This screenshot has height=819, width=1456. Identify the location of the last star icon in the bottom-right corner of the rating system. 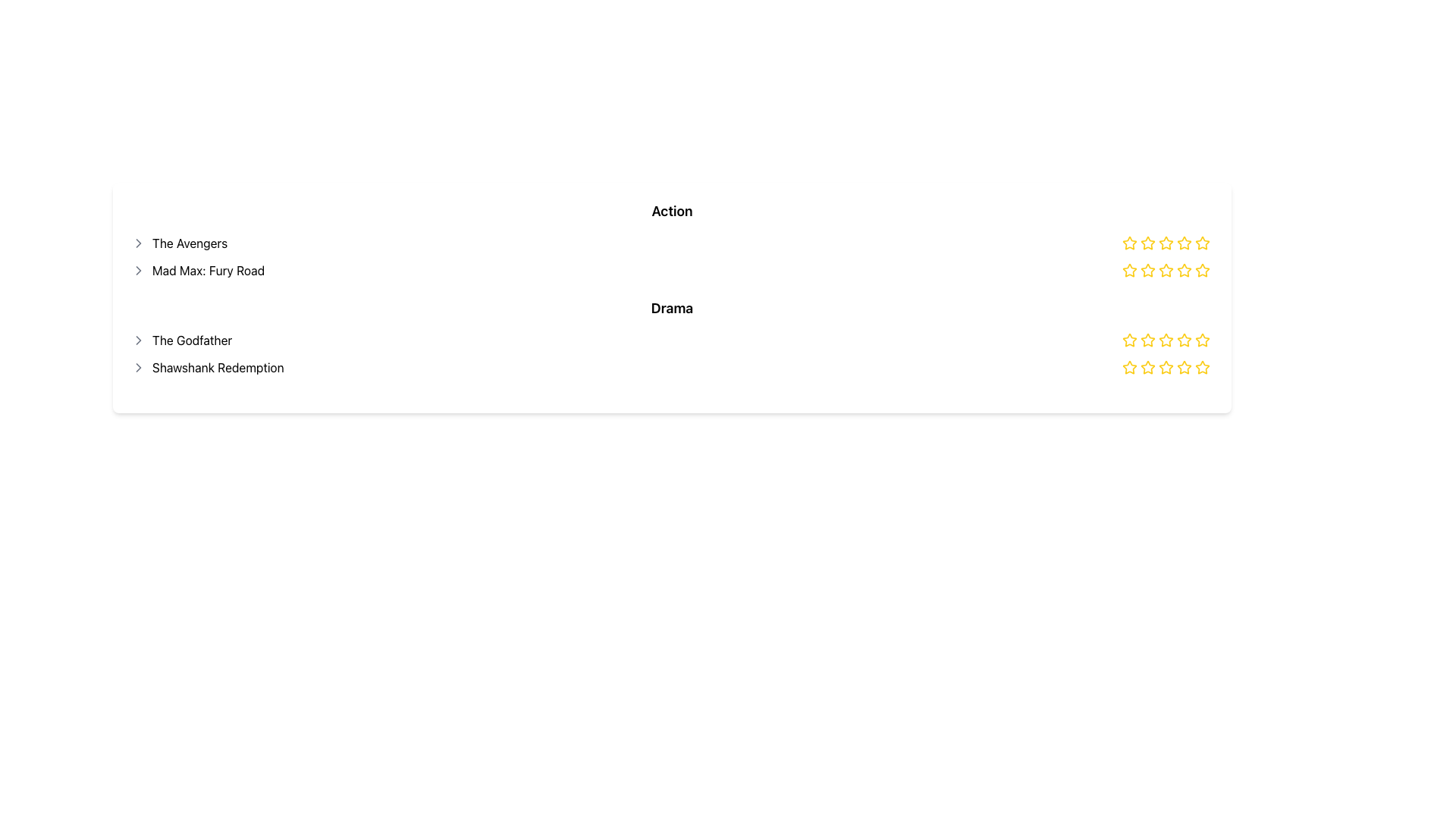
(1183, 367).